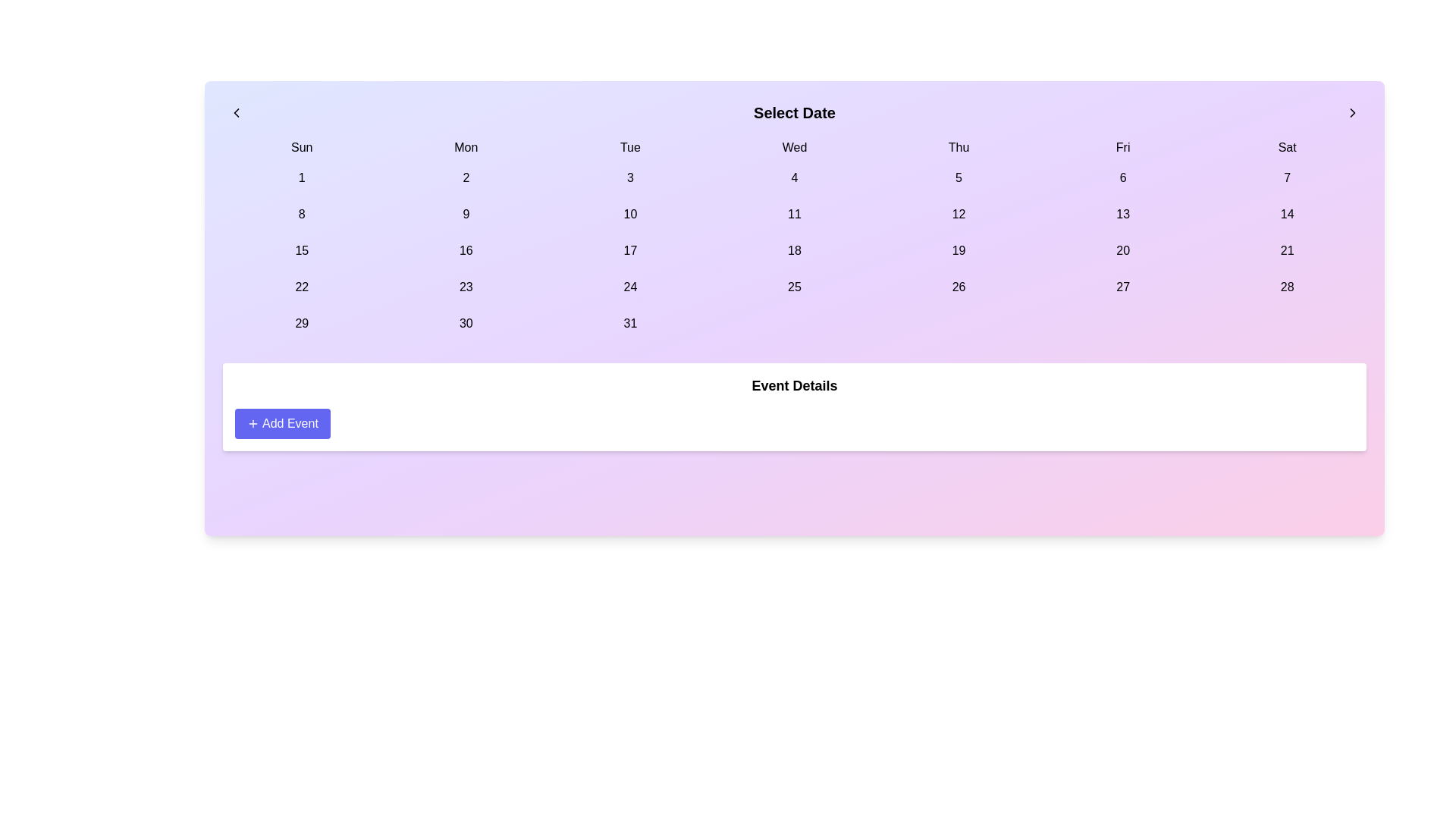 This screenshot has width=1456, height=819. What do you see at coordinates (465, 323) in the screenshot?
I see `the rounded rectangular button displaying the number '30' located in the bottom row, second column under the 'Mon' header` at bounding box center [465, 323].